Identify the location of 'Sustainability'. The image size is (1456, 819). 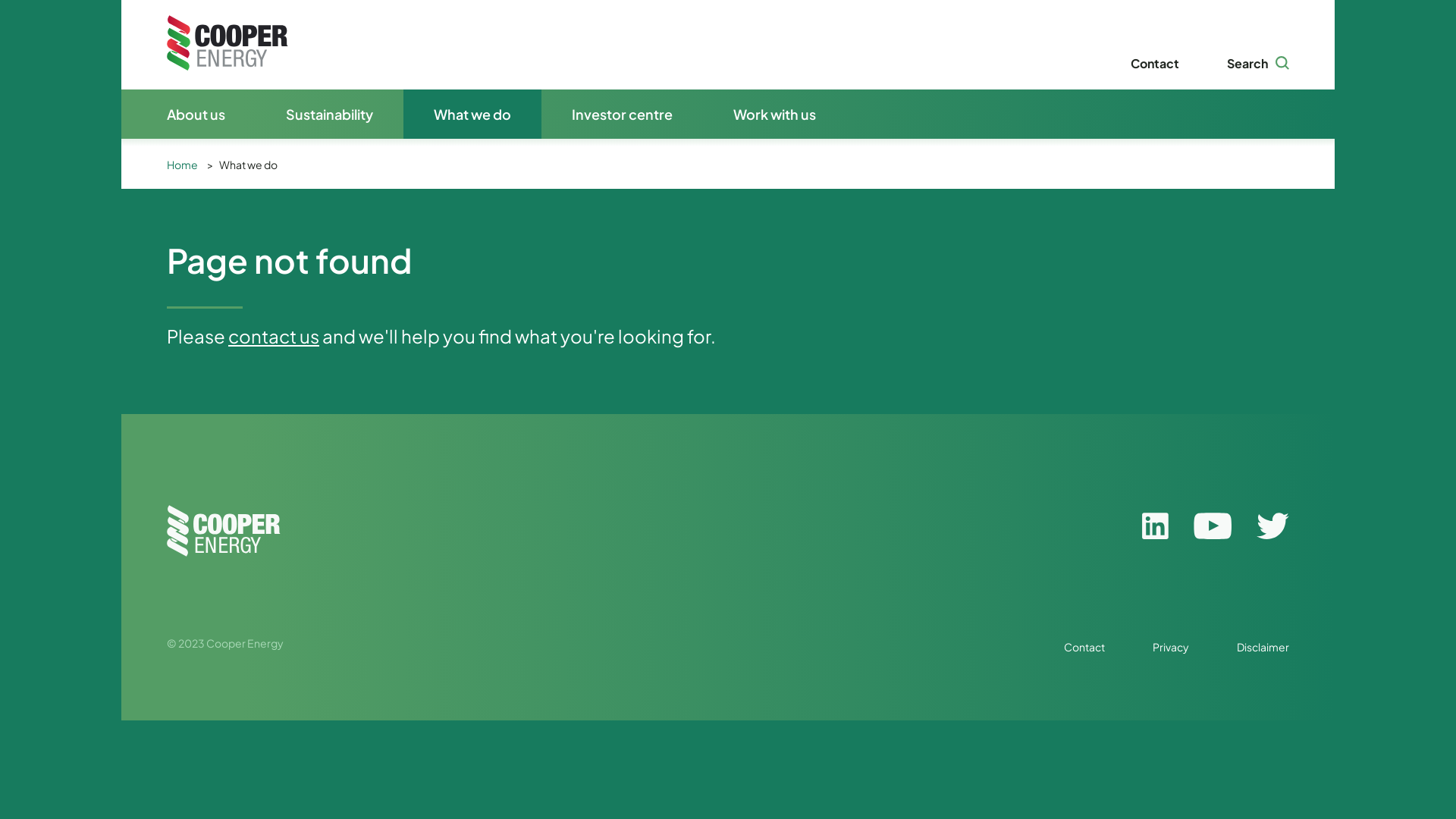
(255, 113).